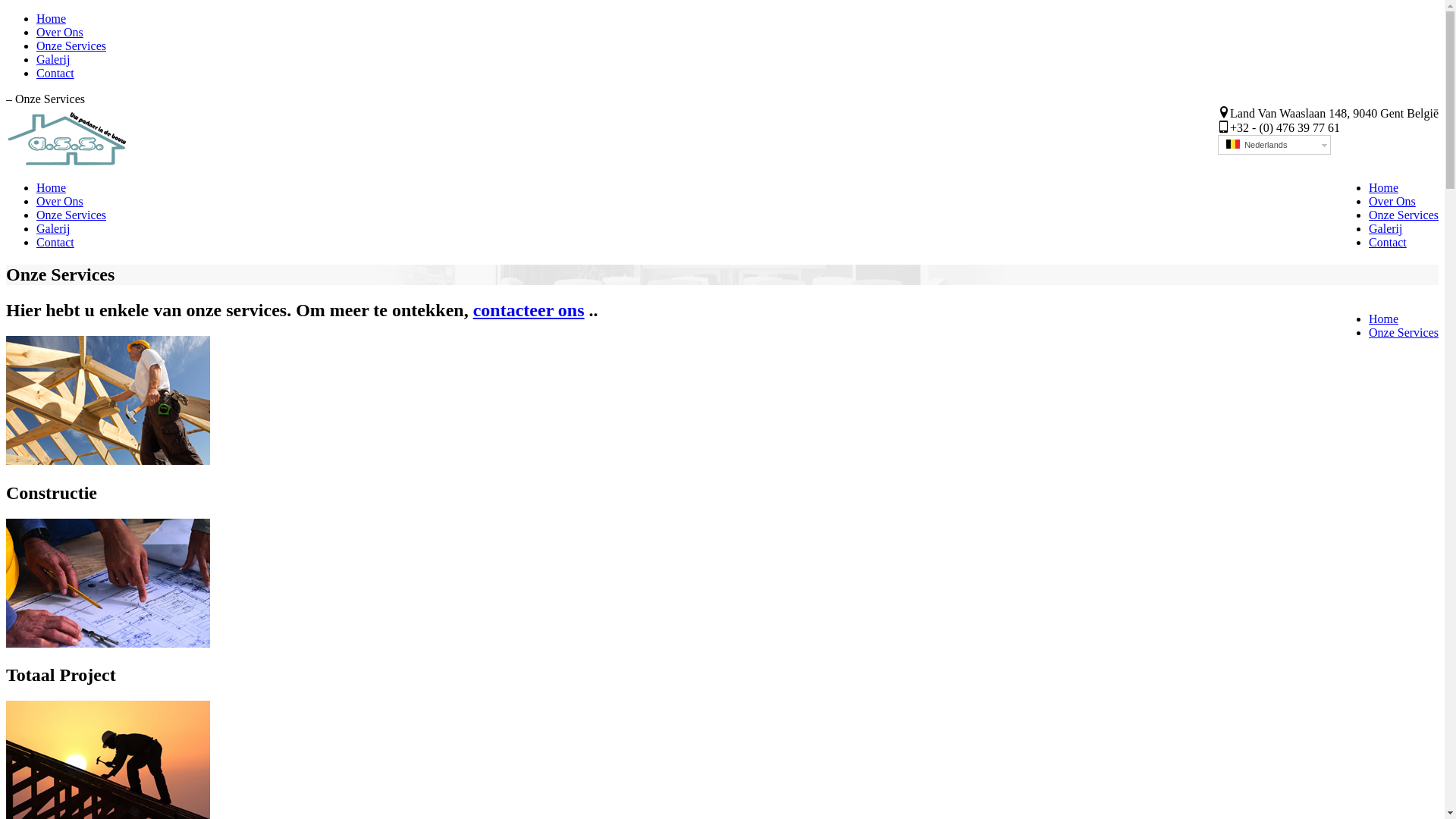 The image size is (1456, 819). Describe the element at coordinates (1387, 241) in the screenshot. I see `'Contact'` at that location.